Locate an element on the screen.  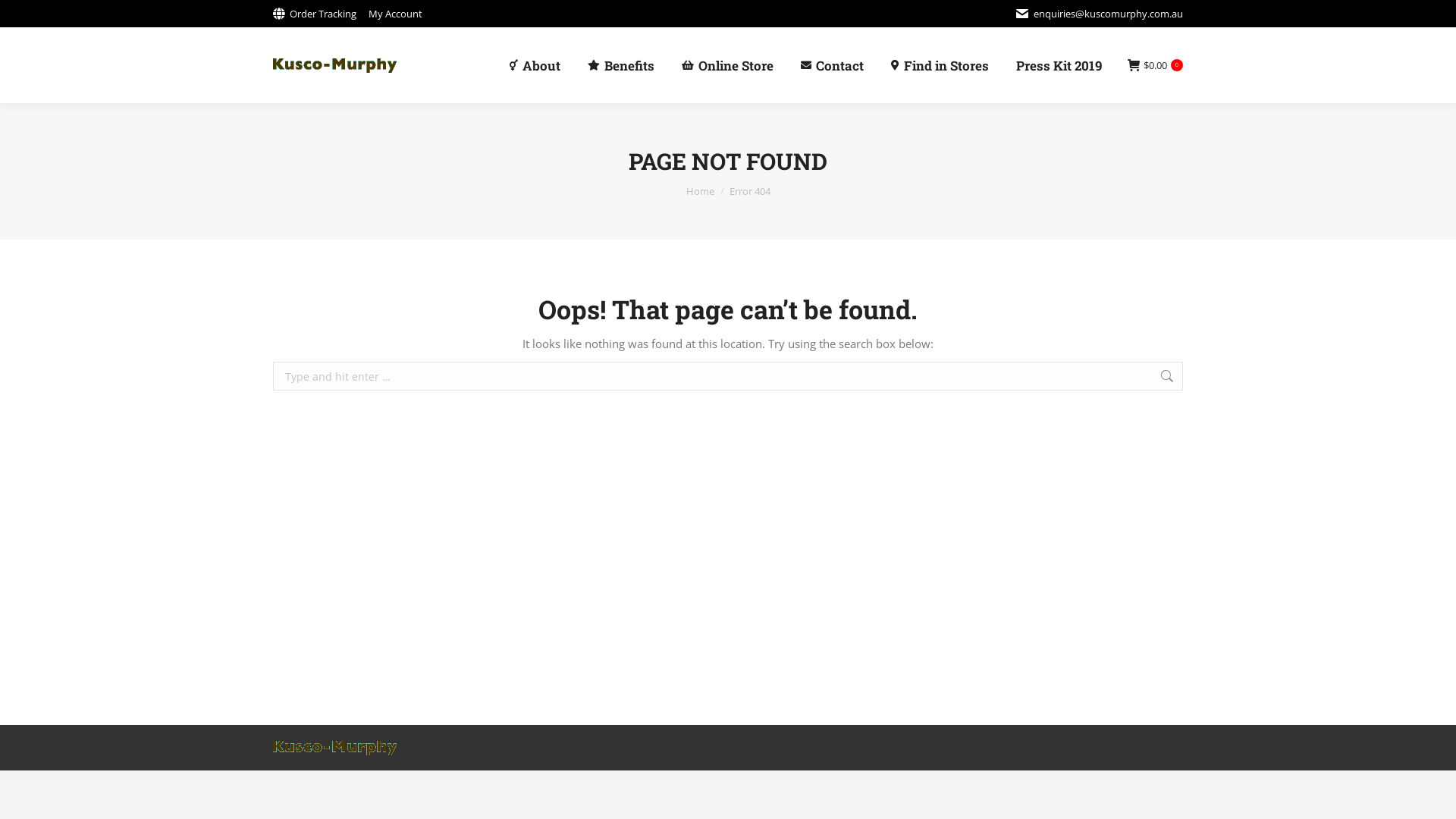
'Go!' is located at coordinates (1204, 377).